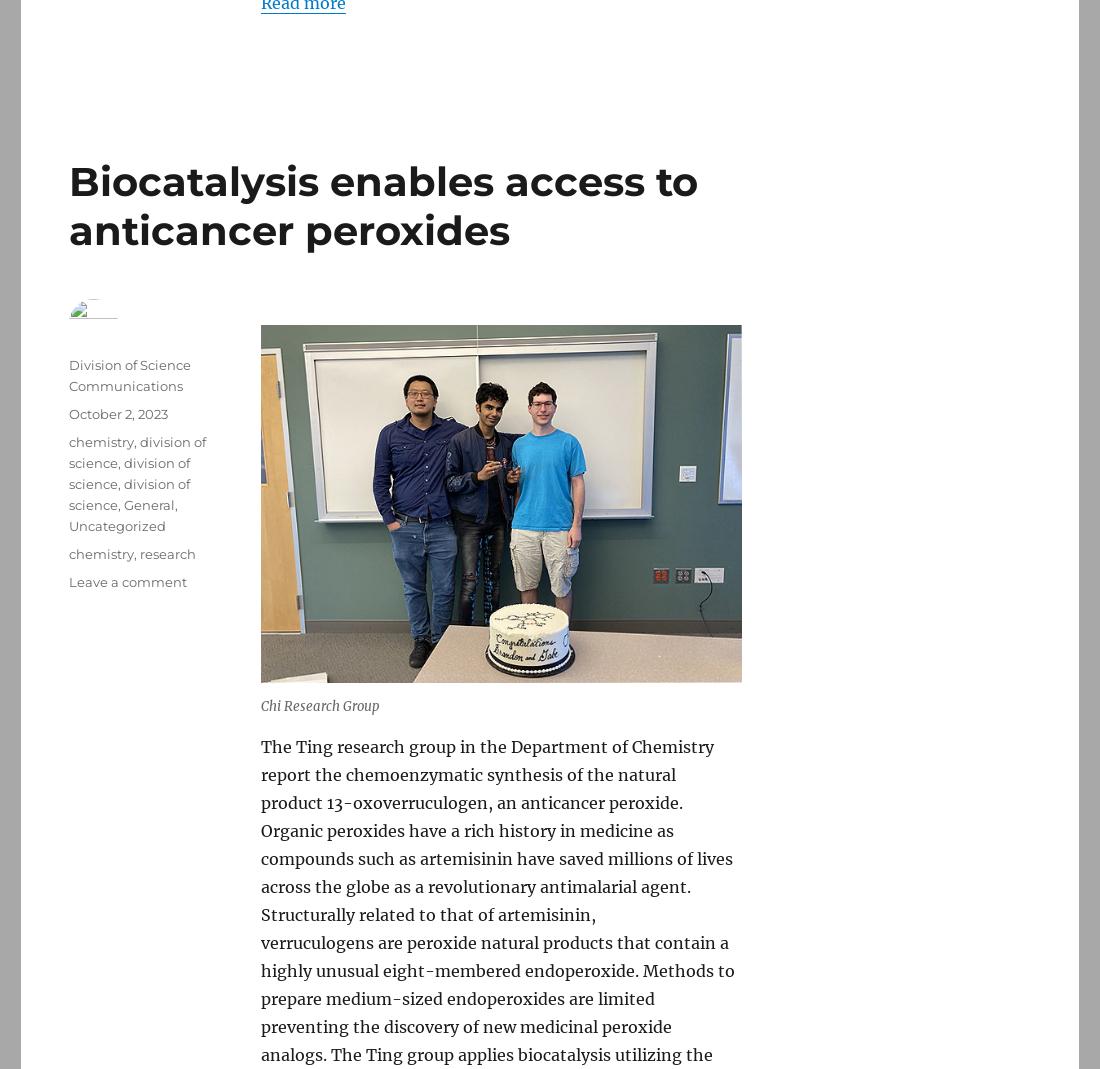 This screenshot has width=1100, height=1069. I want to click on 'Division of Science Communications', so click(130, 374).